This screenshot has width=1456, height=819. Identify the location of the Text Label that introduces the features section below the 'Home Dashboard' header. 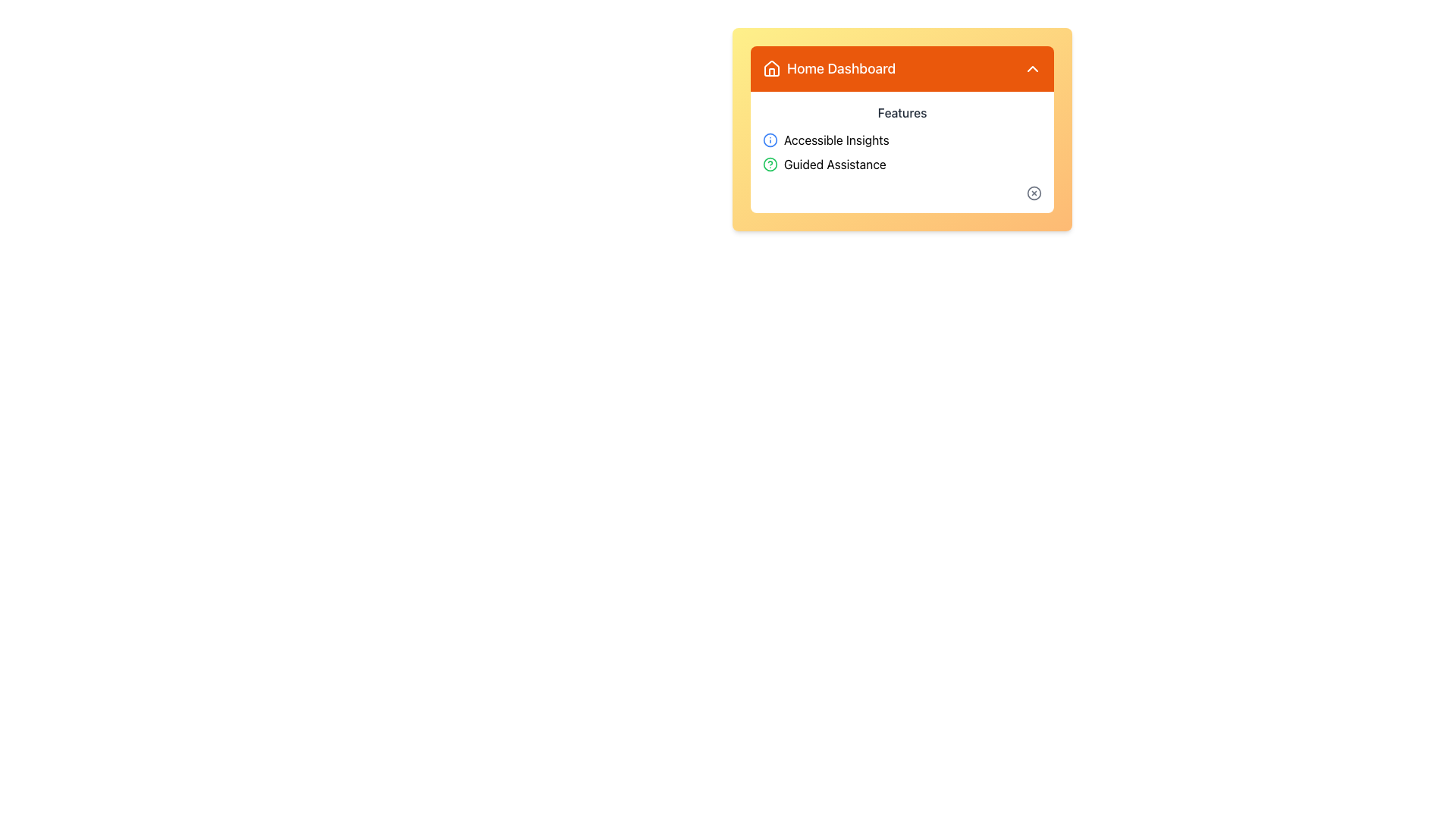
(902, 112).